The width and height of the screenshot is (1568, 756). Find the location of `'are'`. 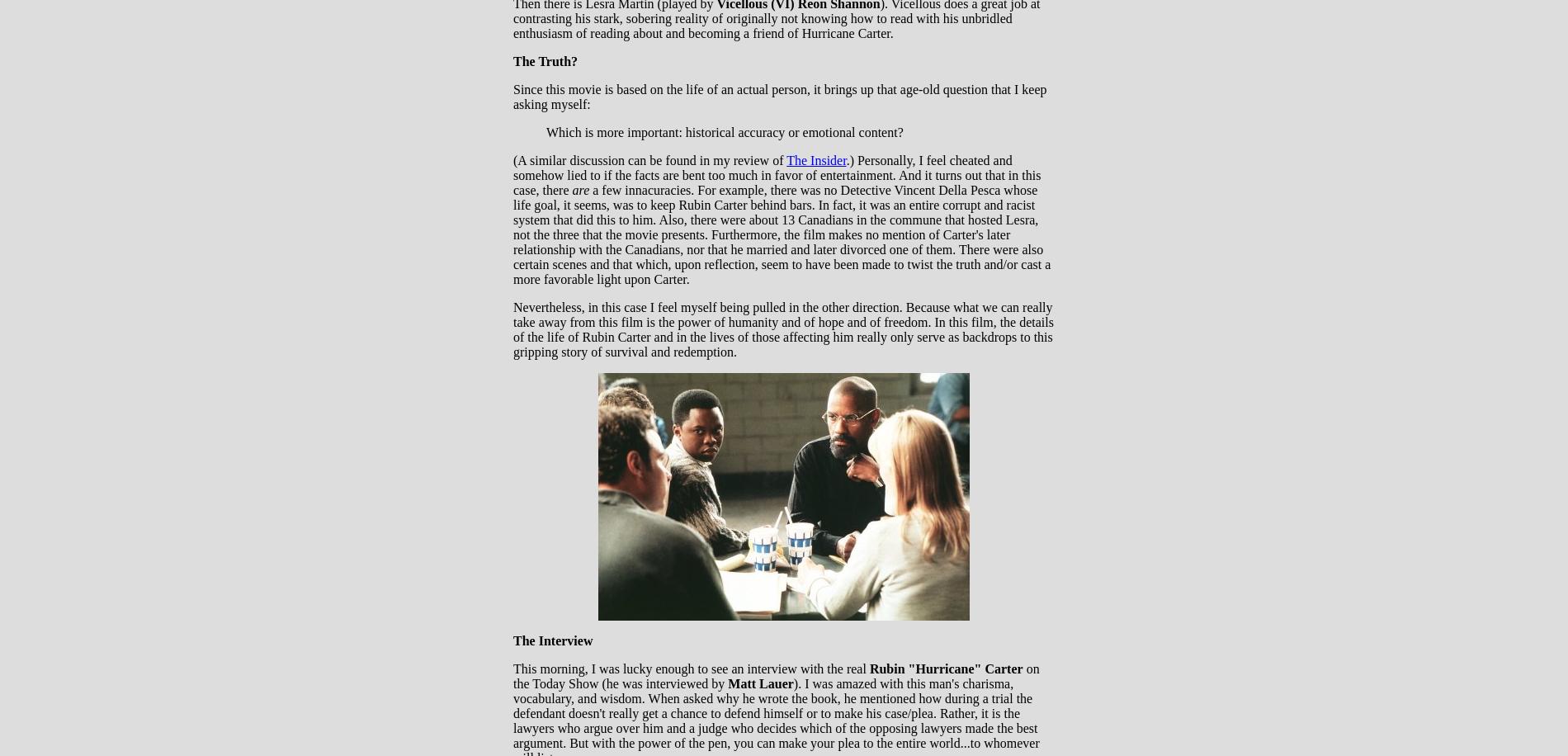

'are' is located at coordinates (580, 190).